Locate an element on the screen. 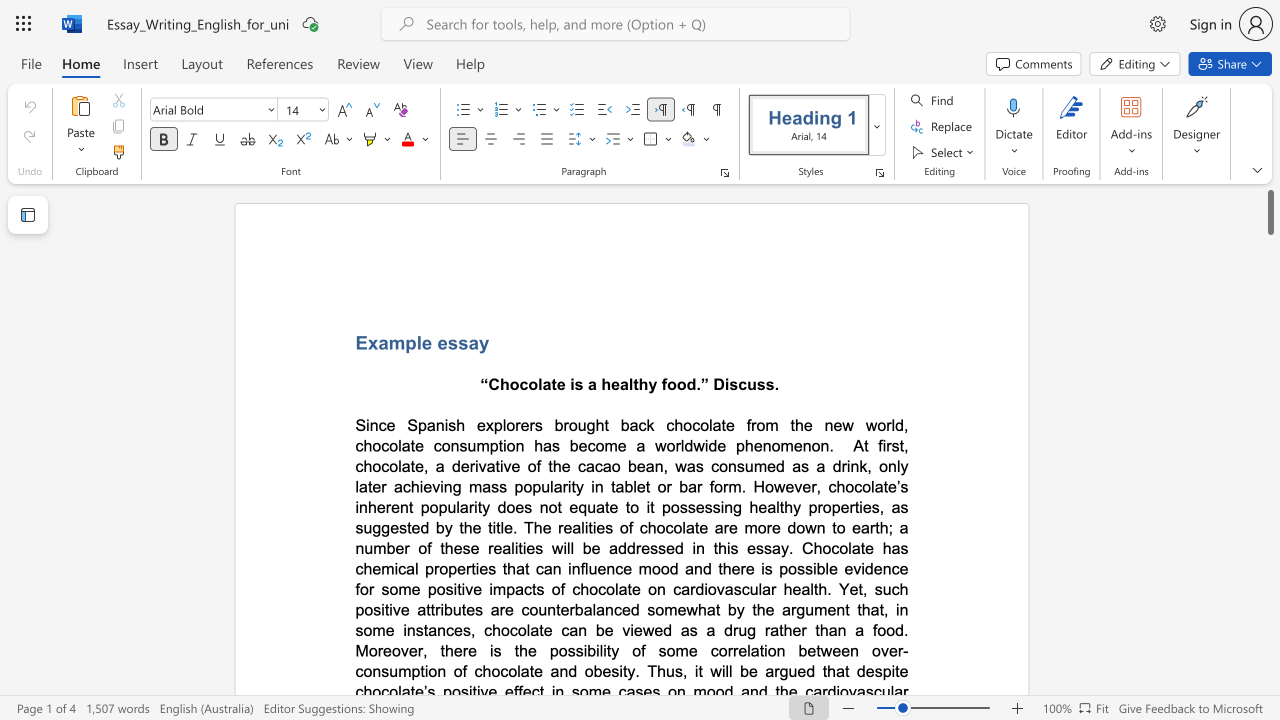  the scrollbar to scroll downward is located at coordinates (1269, 248).